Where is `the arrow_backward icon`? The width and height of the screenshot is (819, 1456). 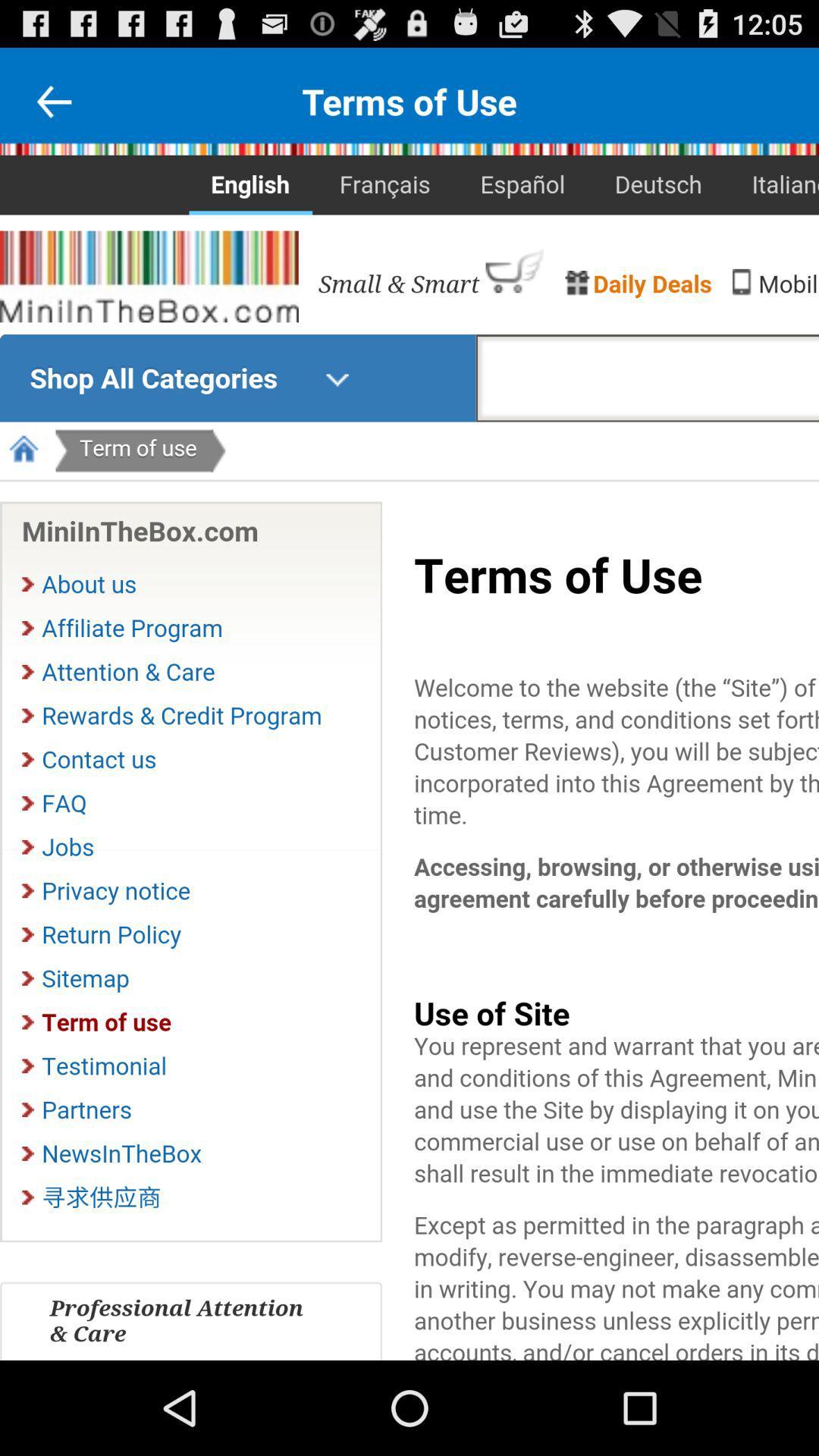 the arrow_backward icon is located at coordinates (53, 108).